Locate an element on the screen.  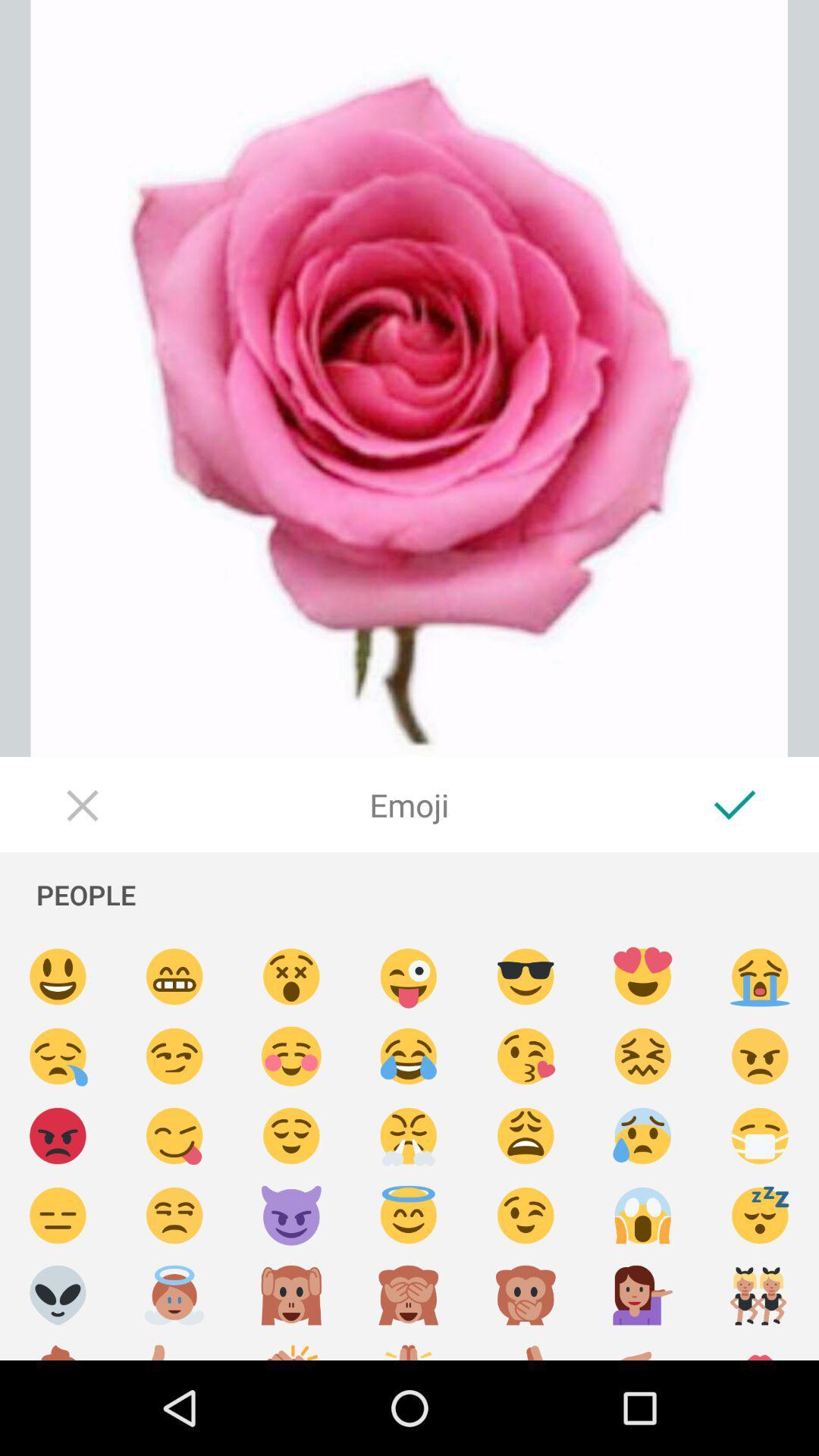
the check icon is located at coordinates (734, 804).